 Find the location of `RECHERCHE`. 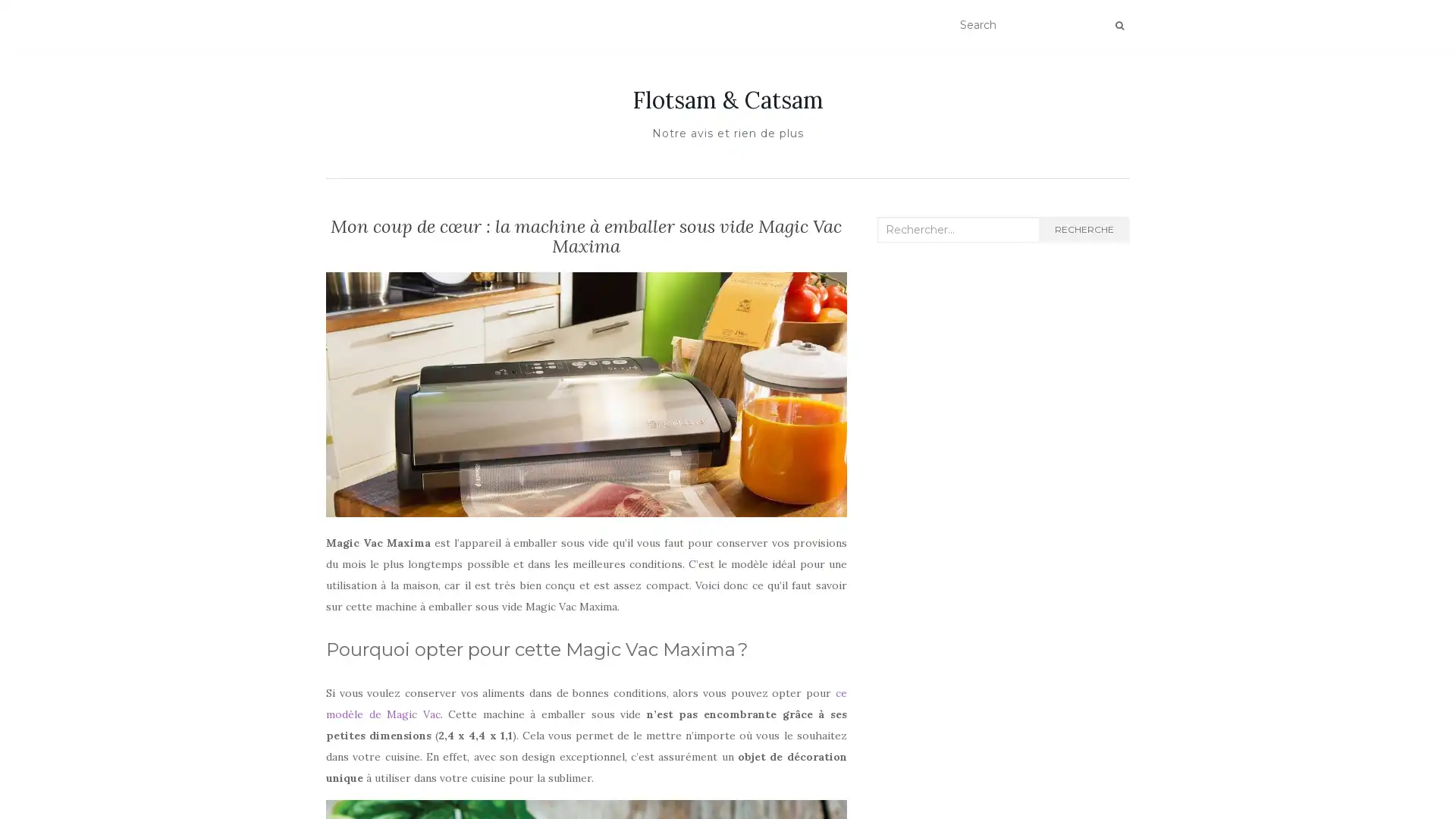

RECHERCHE is located at coordinates (1083, 230).